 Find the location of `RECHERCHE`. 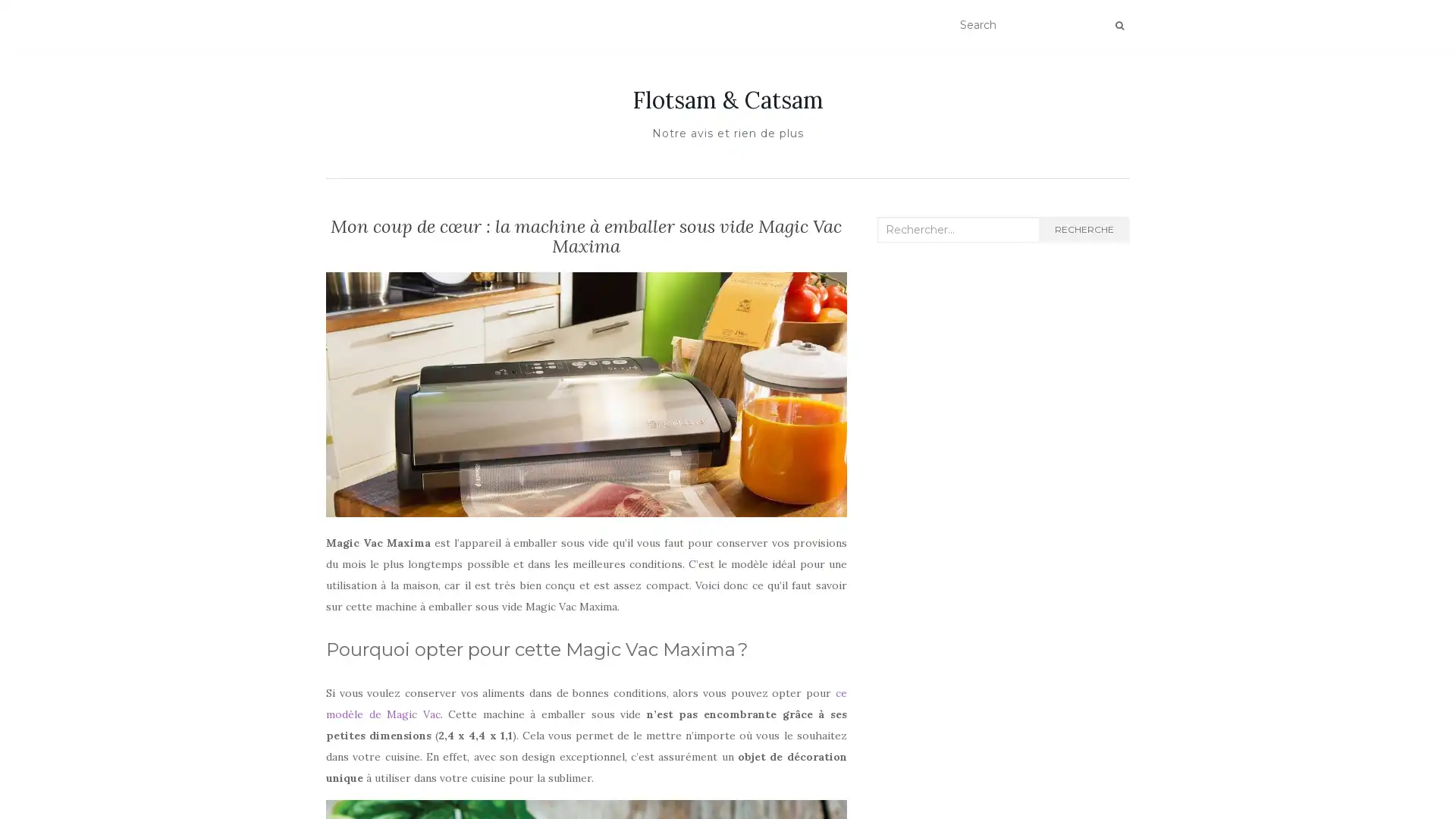

RECHERCHE is located at coordinates (1083, 230).